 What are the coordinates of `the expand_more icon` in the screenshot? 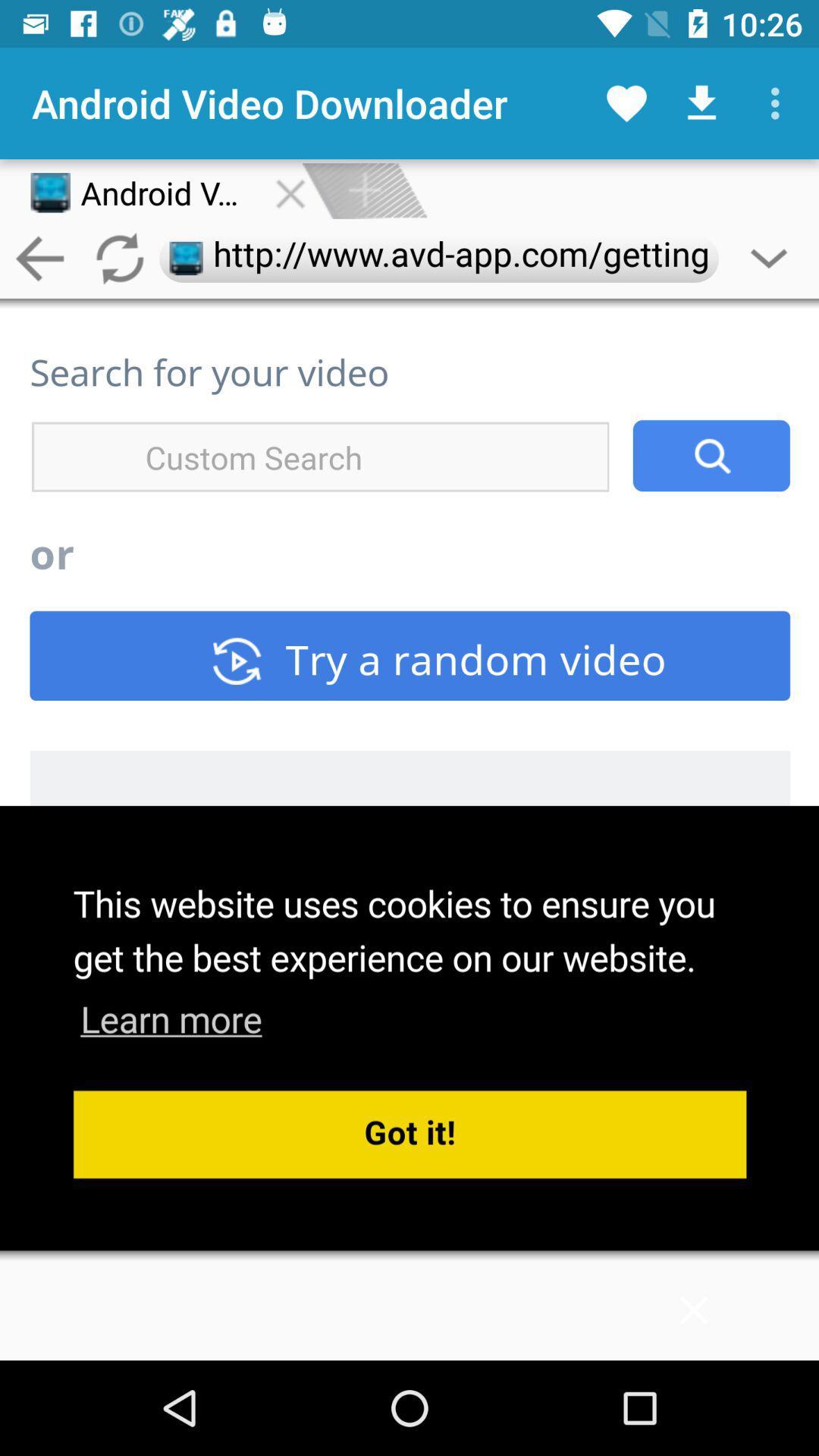 It's located at (769, 259).